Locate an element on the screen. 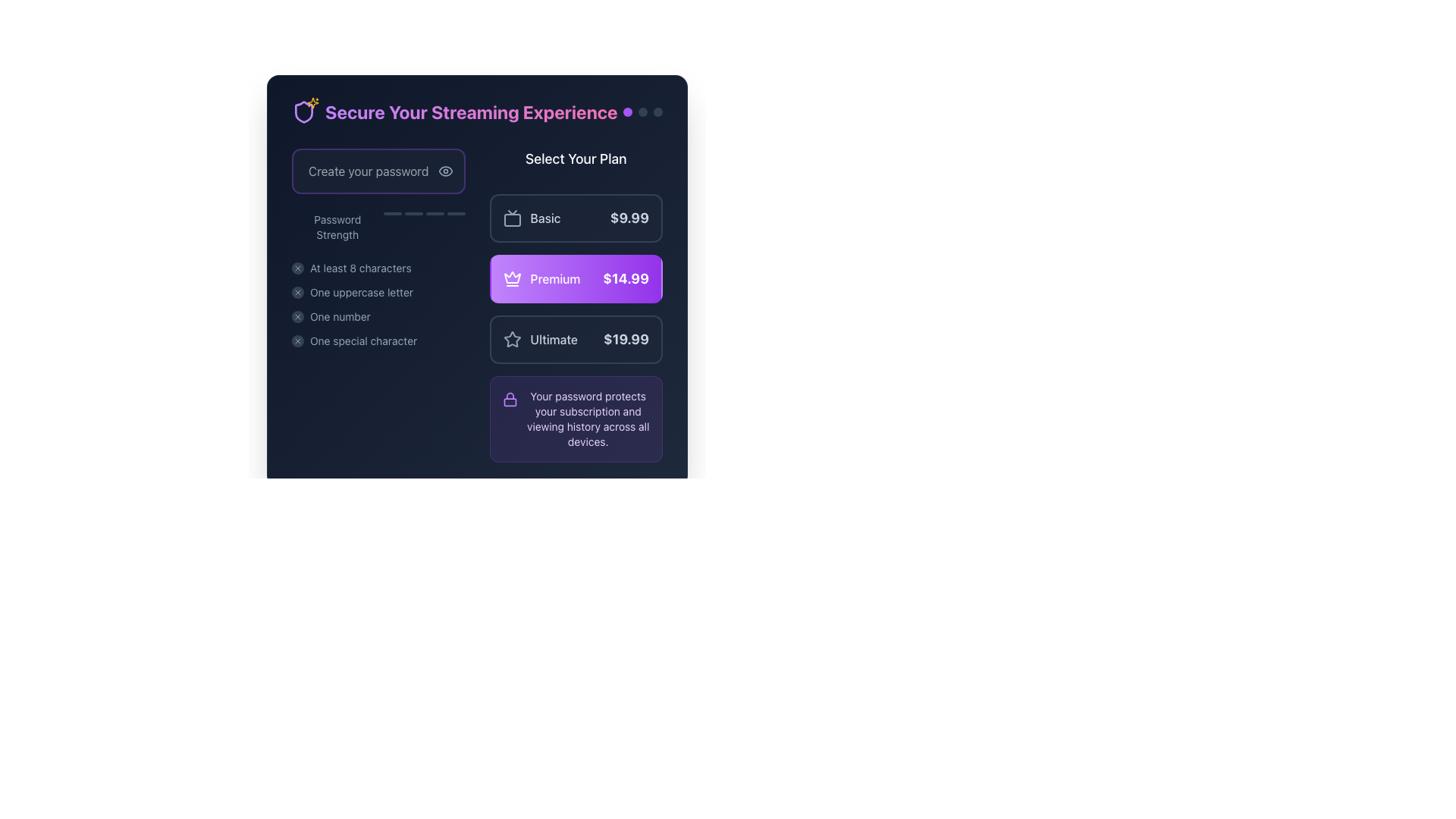 The height and width of the screenshot is (819, 1456). the Premium subscription plan text label, which is positioned to the right of a crown icon in the 'Select Your Plan' section is located at coordinates (554, 278).